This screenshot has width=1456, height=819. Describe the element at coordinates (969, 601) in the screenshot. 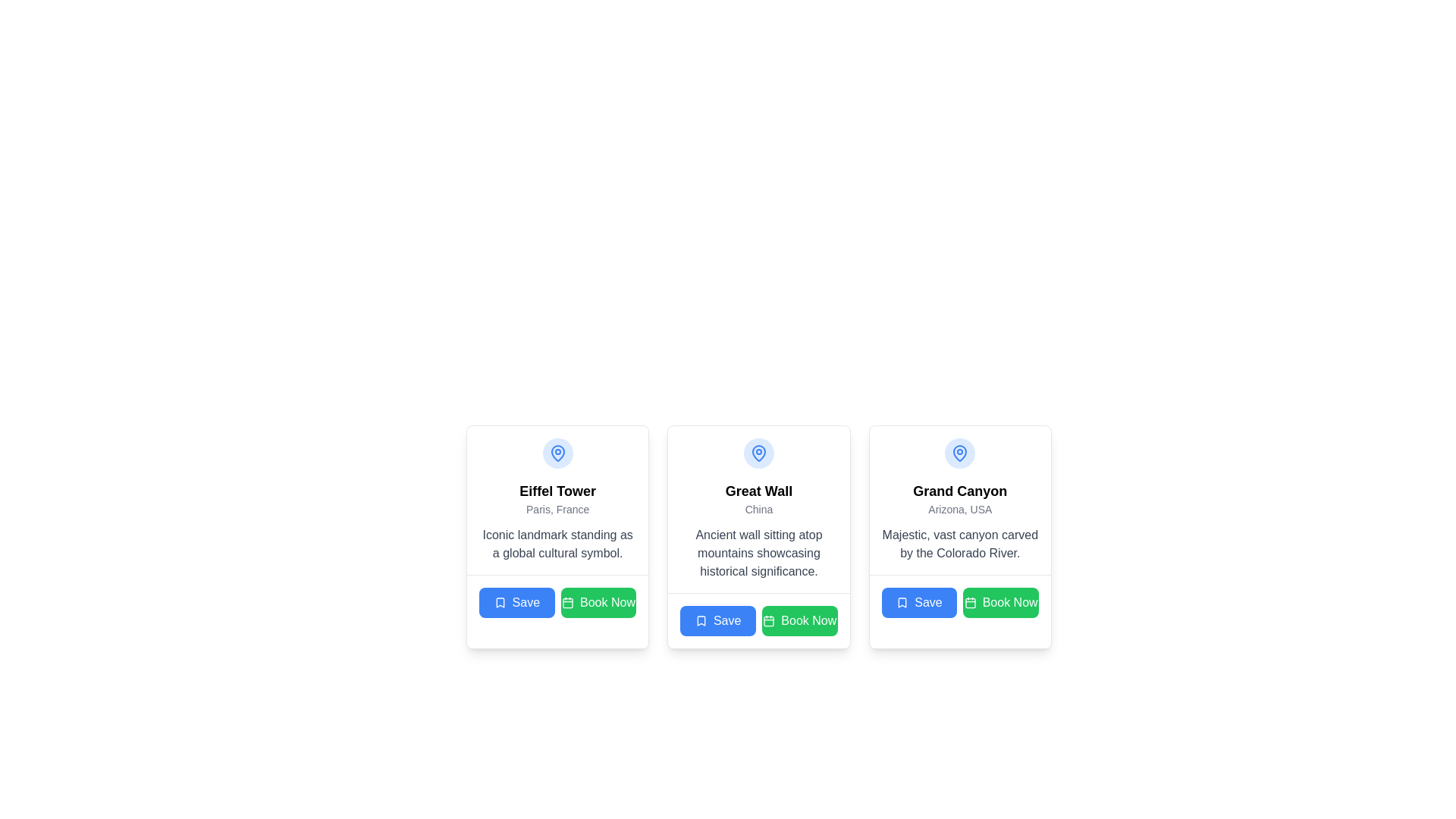

I see `the calendar icon with a green background and white outlines, located within the 'Book Now' button of the third card in the landmarks layout` at that location.